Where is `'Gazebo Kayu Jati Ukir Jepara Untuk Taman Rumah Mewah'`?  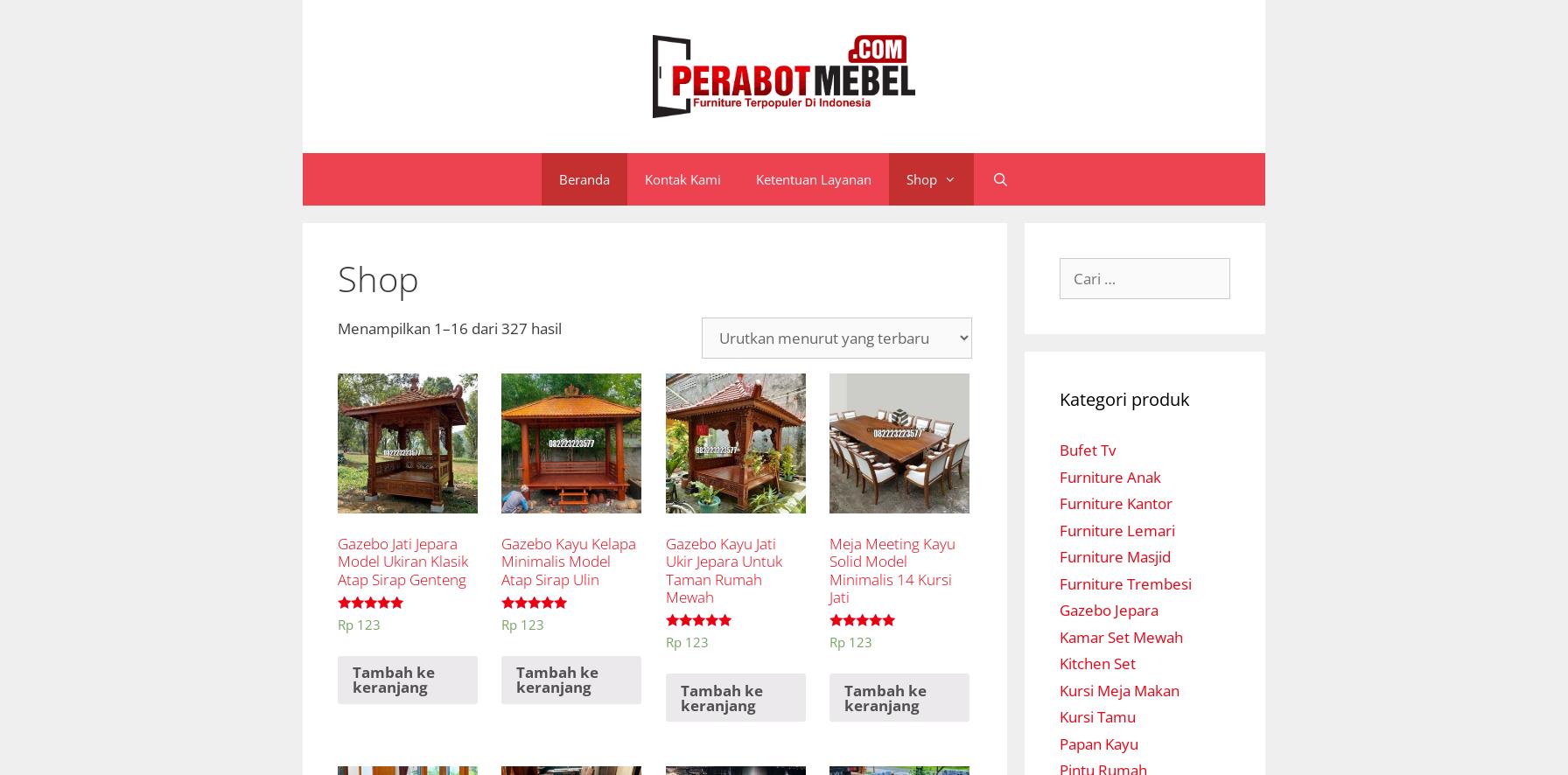
'Gazebo Kayu Jati Ukir Jepara Untuk Taman Rumah Mewah' is located at coordinates (723, 570).